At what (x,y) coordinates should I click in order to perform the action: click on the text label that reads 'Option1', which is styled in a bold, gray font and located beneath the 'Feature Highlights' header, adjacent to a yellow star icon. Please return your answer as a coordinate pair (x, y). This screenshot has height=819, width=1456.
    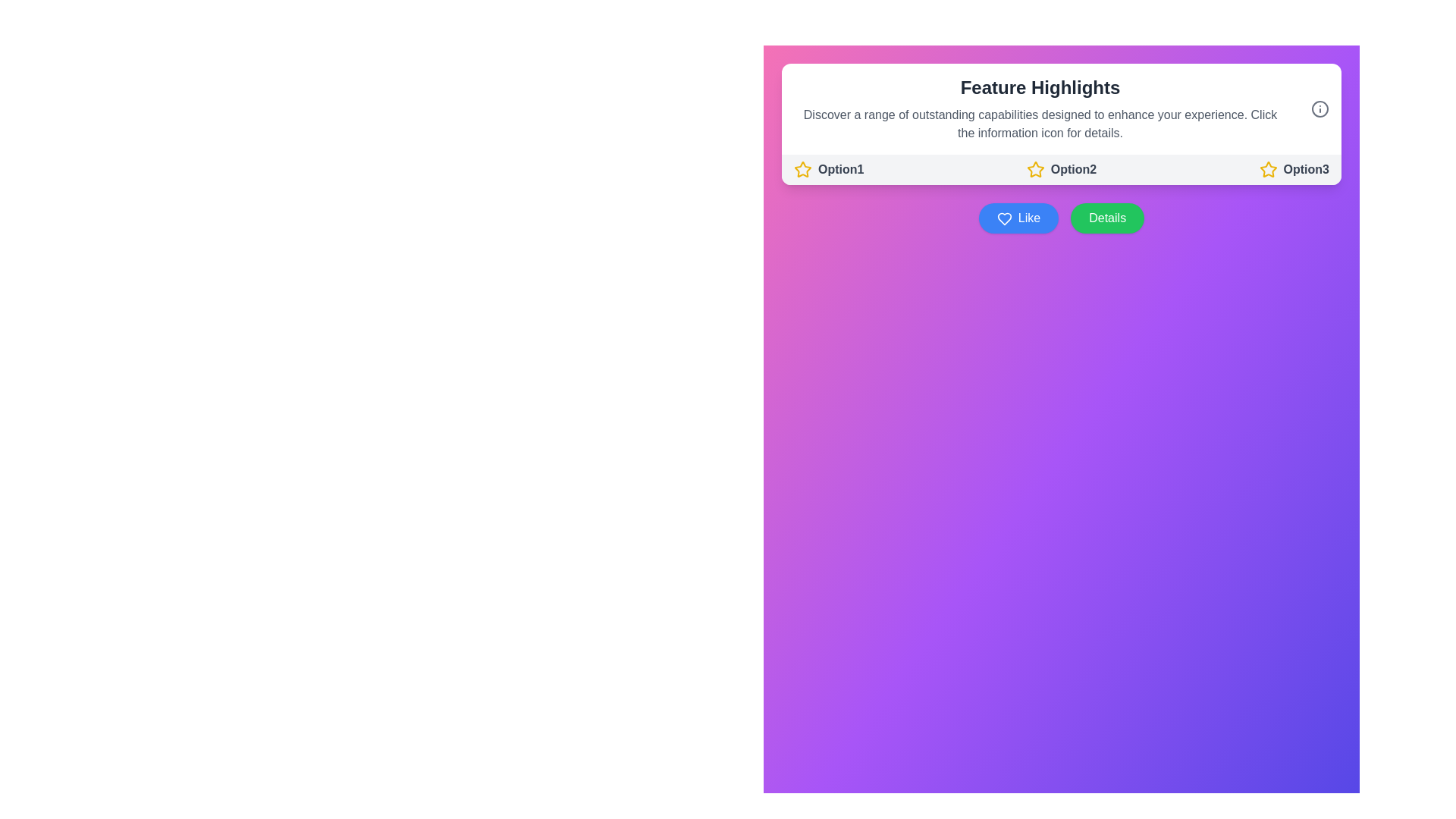
    Looking at the image, I should click on (840, 169).